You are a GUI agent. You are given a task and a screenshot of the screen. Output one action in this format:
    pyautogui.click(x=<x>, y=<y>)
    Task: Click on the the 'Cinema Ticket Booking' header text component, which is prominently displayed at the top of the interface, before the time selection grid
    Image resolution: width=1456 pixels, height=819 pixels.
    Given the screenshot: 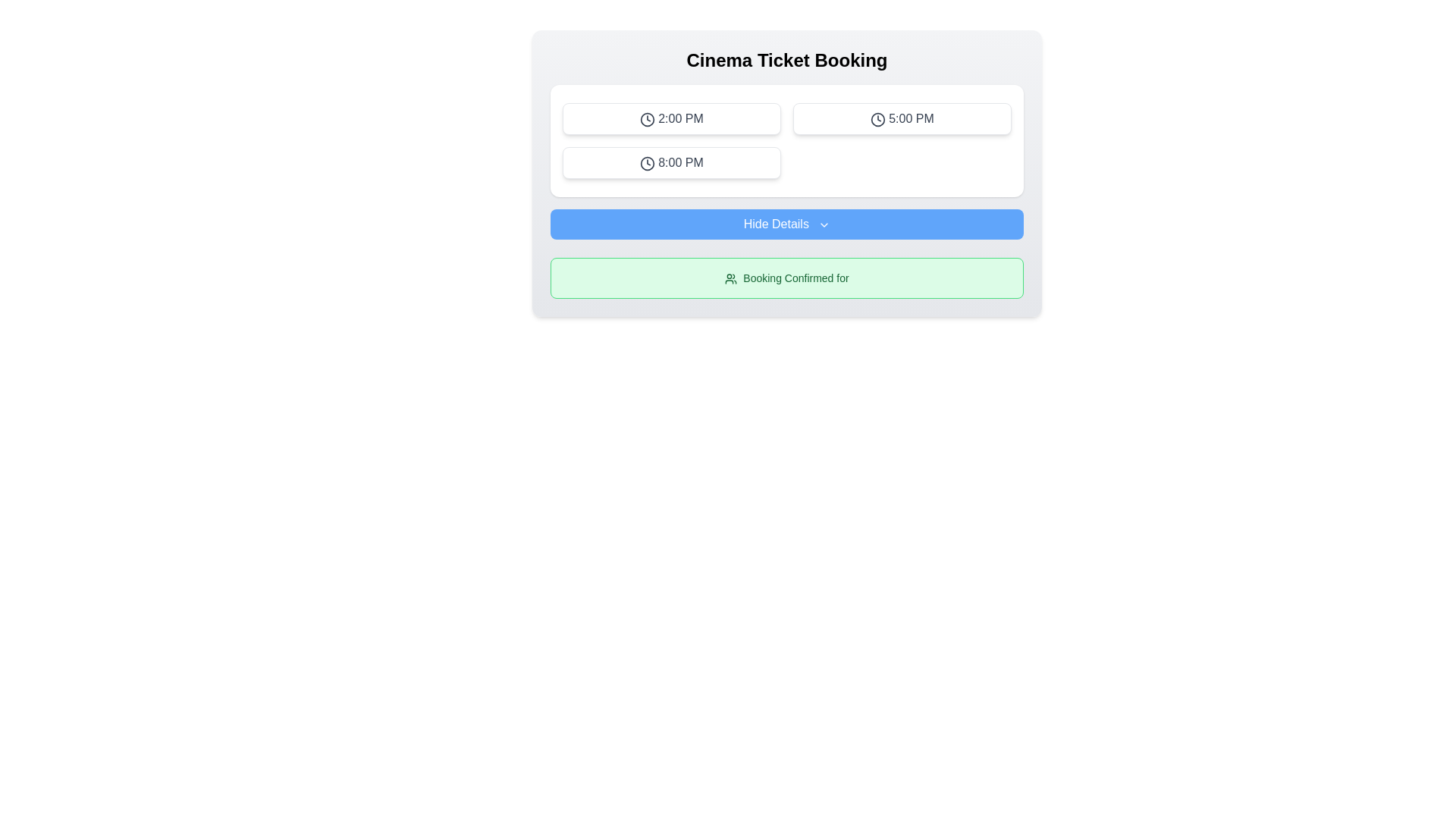 What is the action you would take?
    pyautogui.click(x=786, y=60)
    